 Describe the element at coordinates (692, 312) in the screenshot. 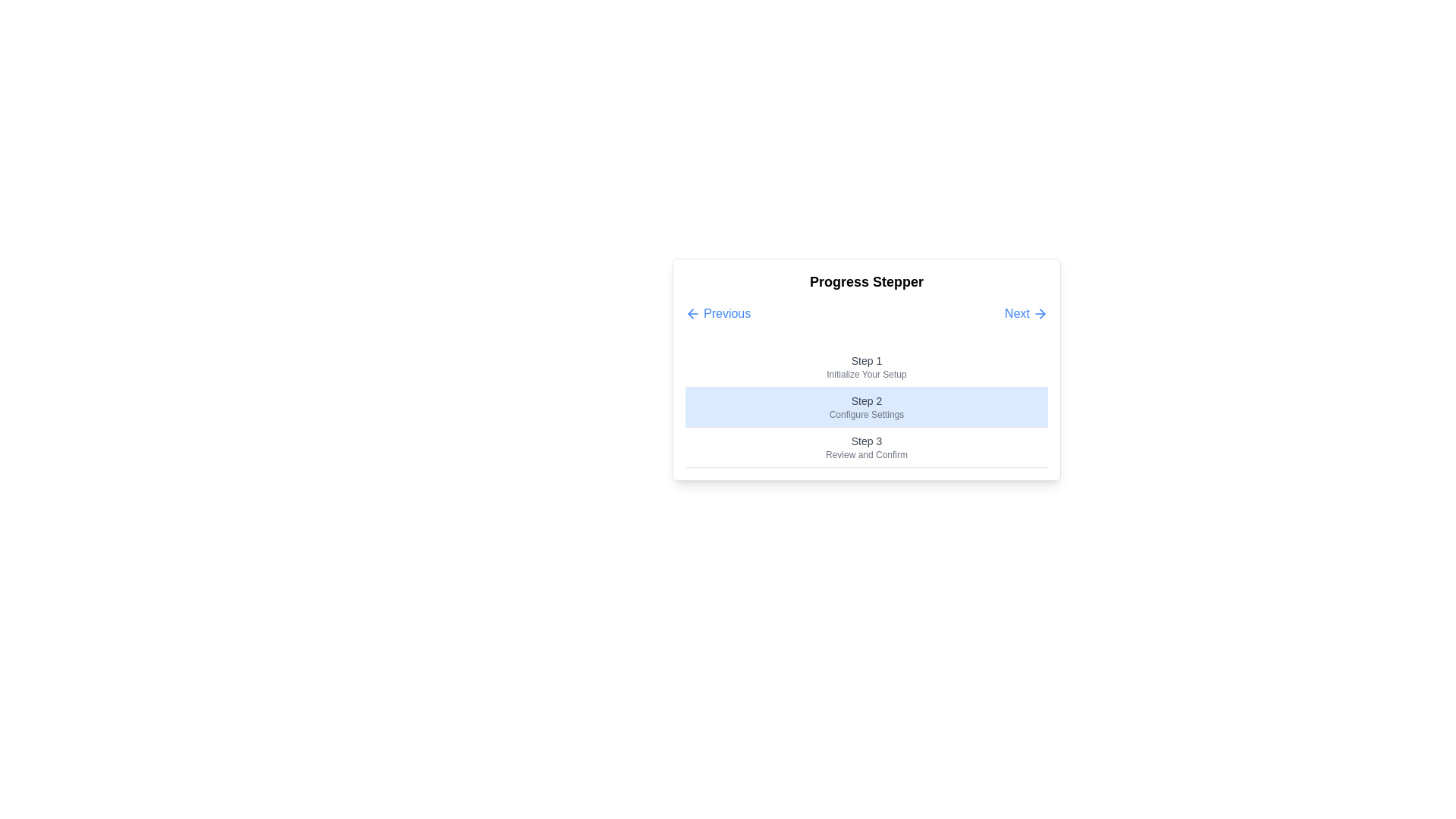

I see `the leftward arrow icon before the text 'Previous' in the navigation control area` at that location.